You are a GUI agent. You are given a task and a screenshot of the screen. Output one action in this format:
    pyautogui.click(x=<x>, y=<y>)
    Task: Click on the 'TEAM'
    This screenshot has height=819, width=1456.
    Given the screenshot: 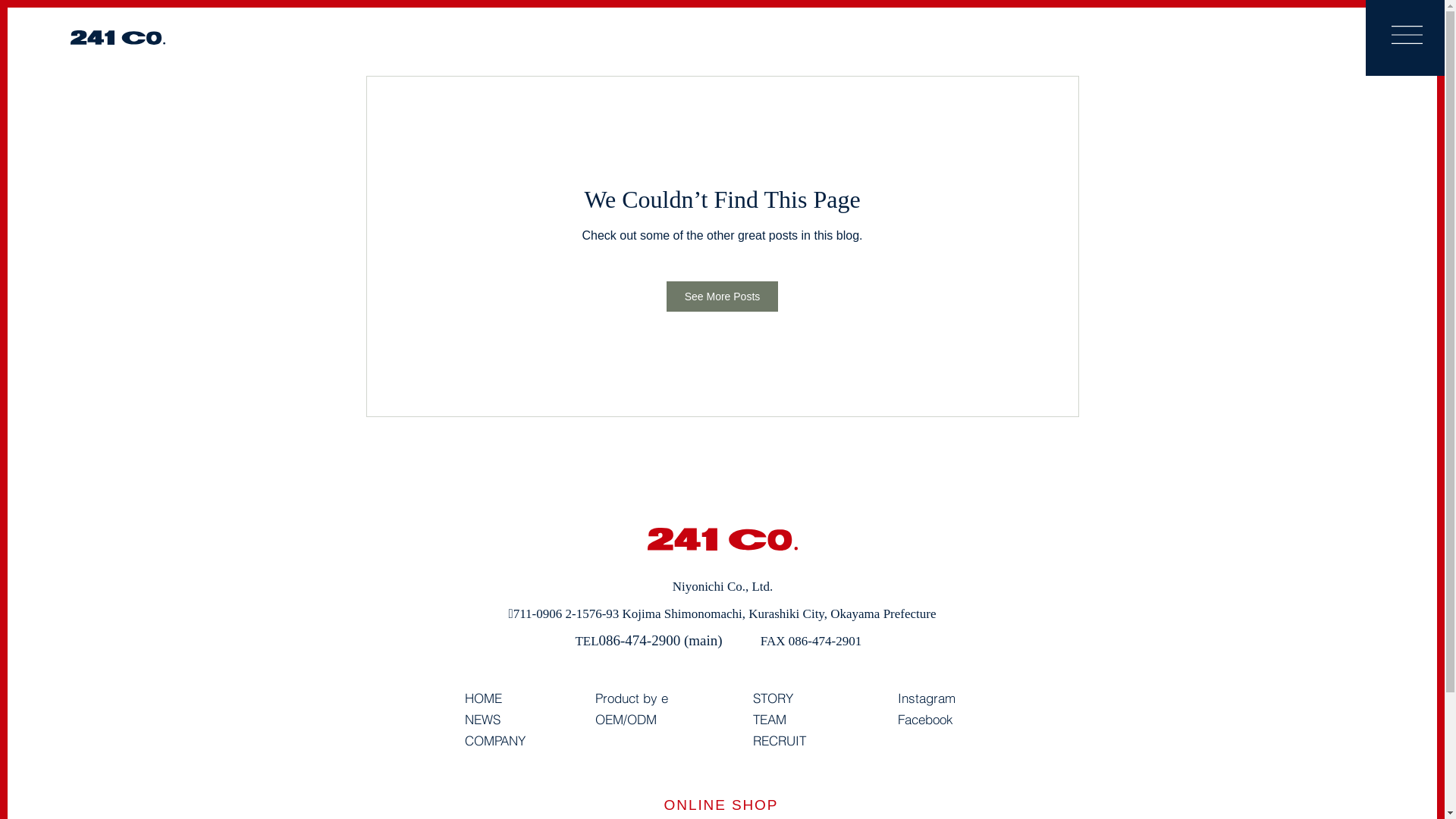 What is the action you would take?
    pyautogui.click(x=752, y=719)
    